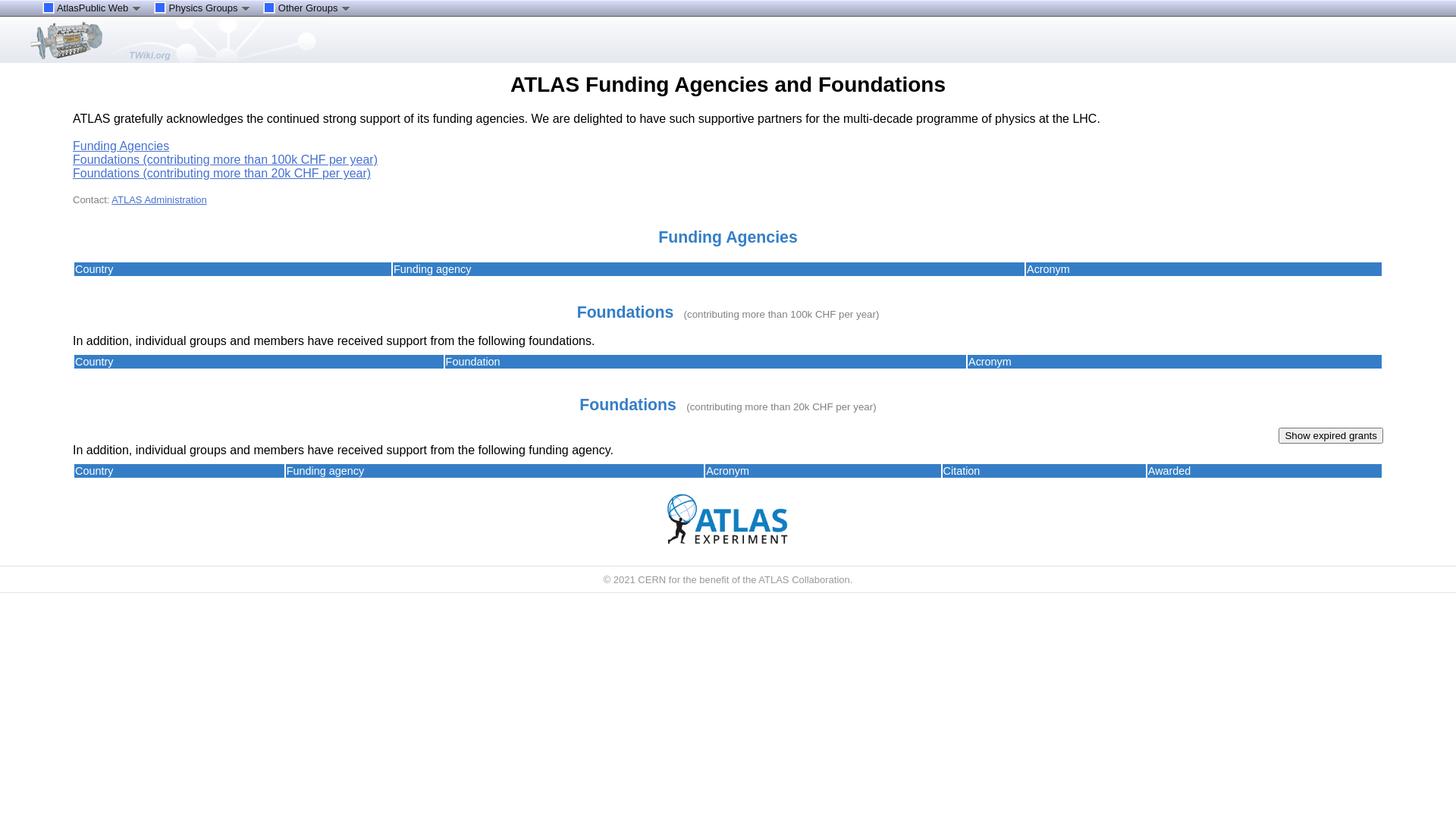 This screenshot has height=819, width=1456. What do you see at coordinates (306, 8) in the screenshot?
I see `'Other Groups'` at bounding box center [306, 8].